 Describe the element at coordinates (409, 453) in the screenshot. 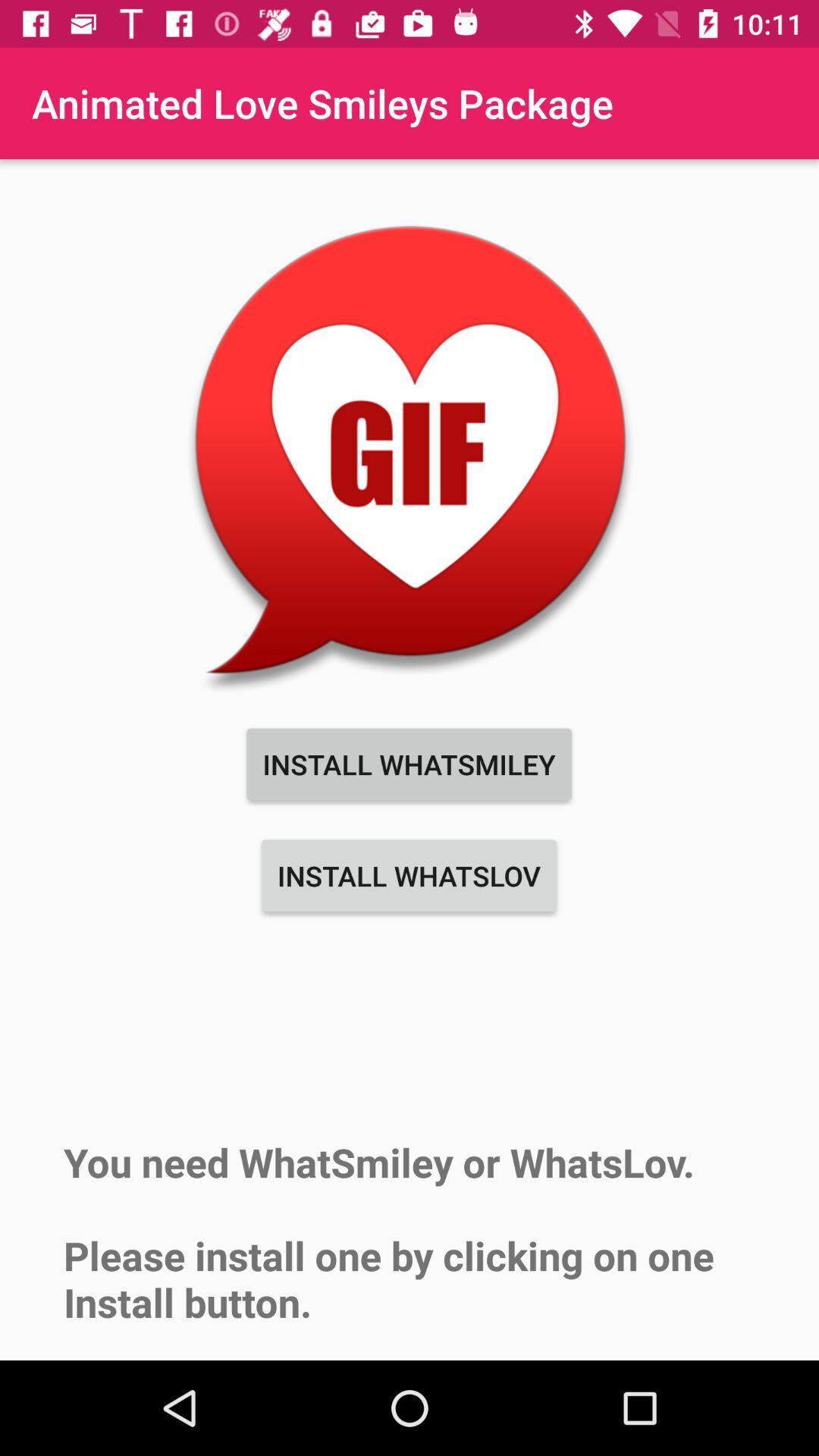

I see `icon below animated love smileys icon` at that location.